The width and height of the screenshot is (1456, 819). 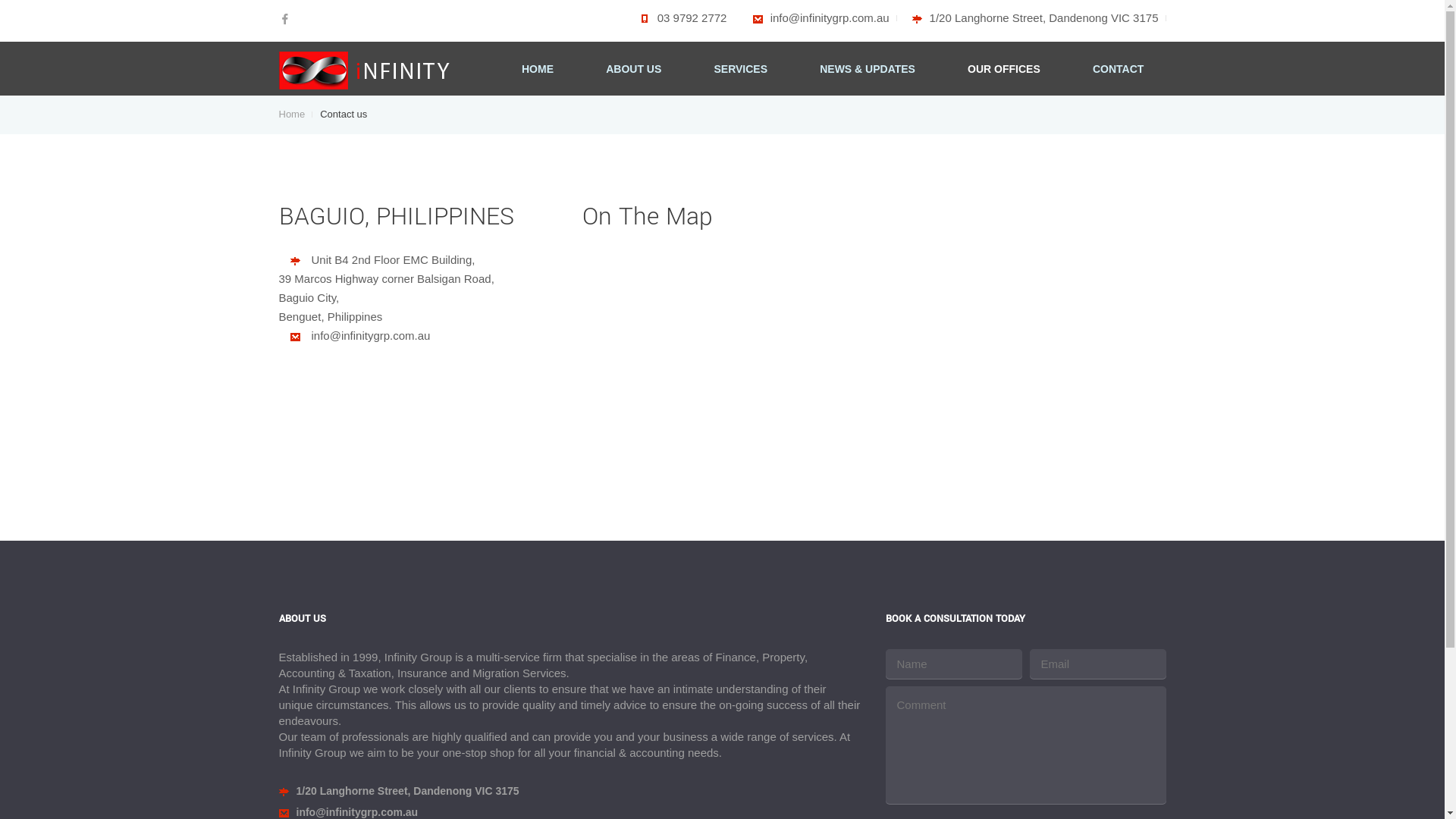 What do you see at coordinates (867, 70) in the screenshot?
I see `'NEWS & UPDATES'` at bounding box center [867, 70].